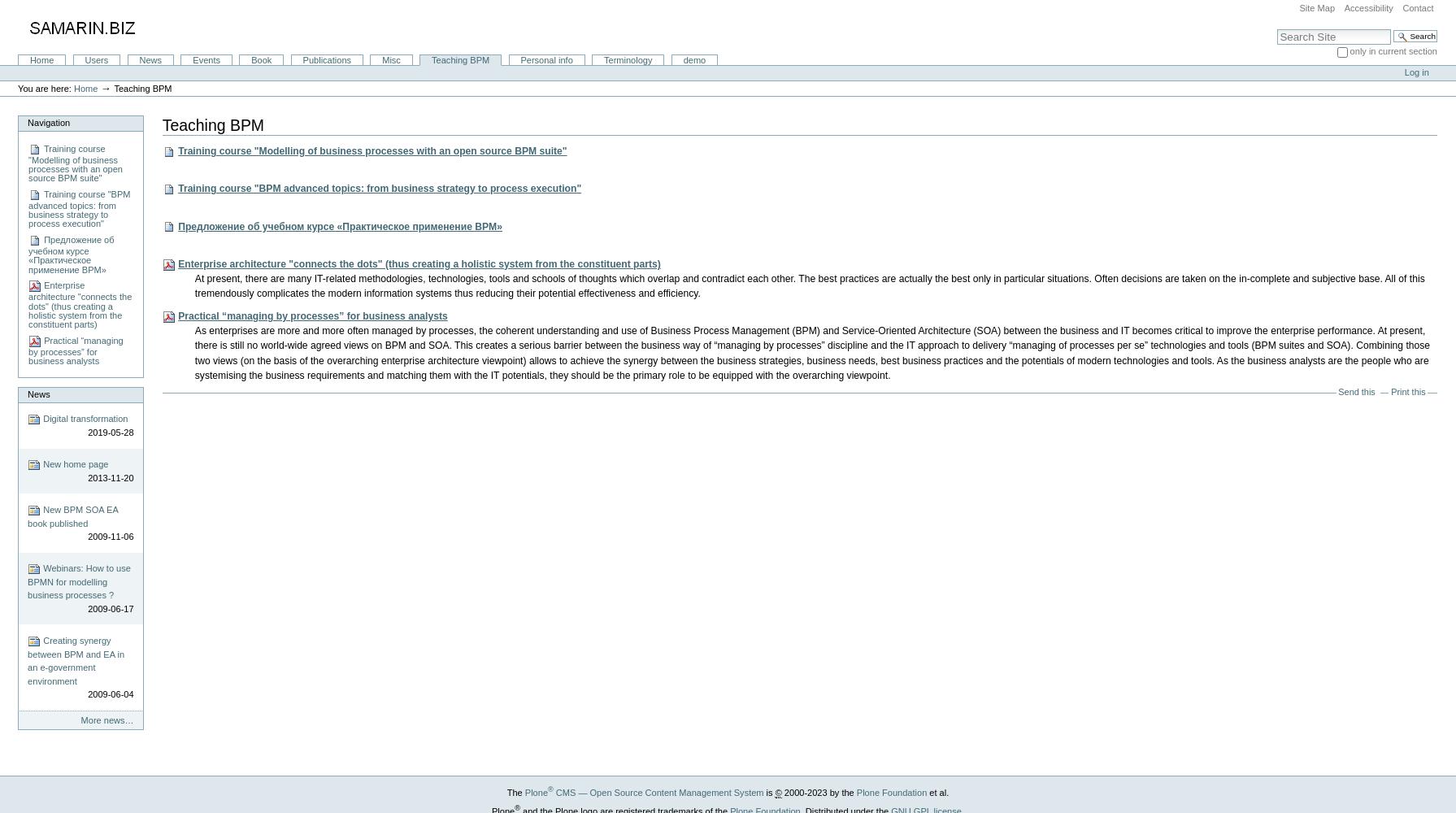  I want to click on 'Book', so click(261, 59).